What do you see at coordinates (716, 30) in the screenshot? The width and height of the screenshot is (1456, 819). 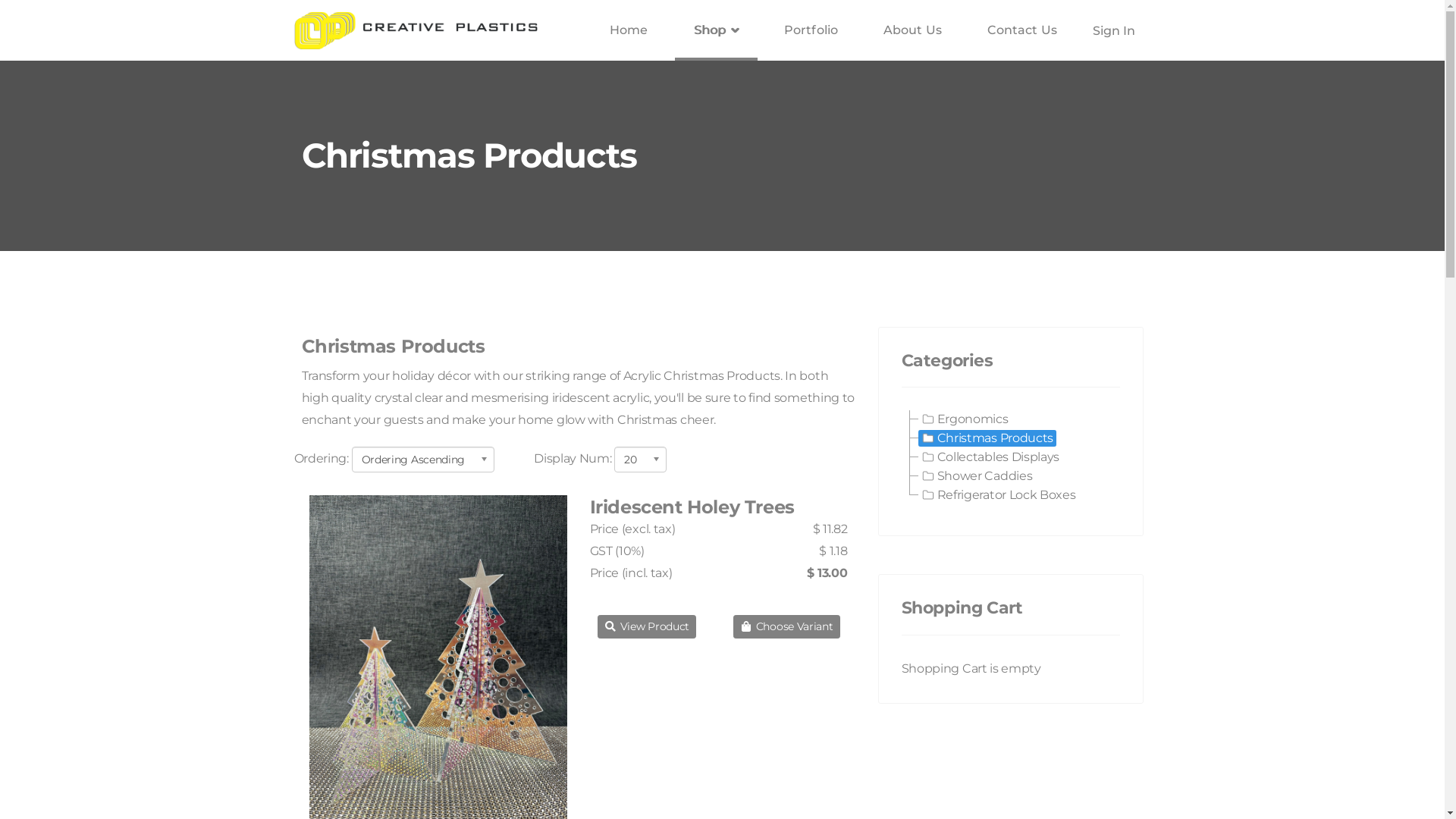 I see `'Shop'` at bounding box center [716, 30].